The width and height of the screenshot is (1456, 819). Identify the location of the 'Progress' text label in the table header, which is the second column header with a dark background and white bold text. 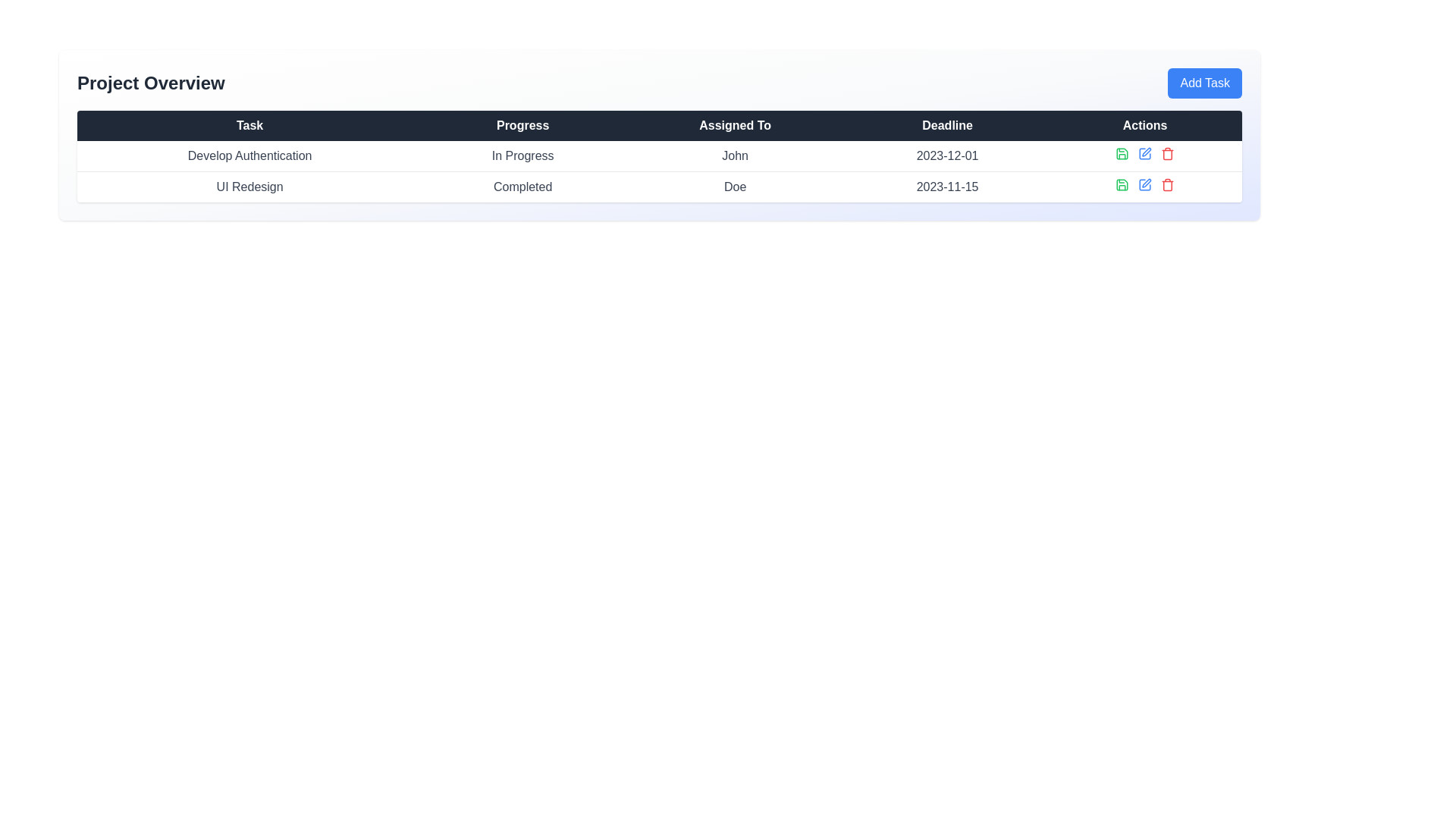
(522, 124).